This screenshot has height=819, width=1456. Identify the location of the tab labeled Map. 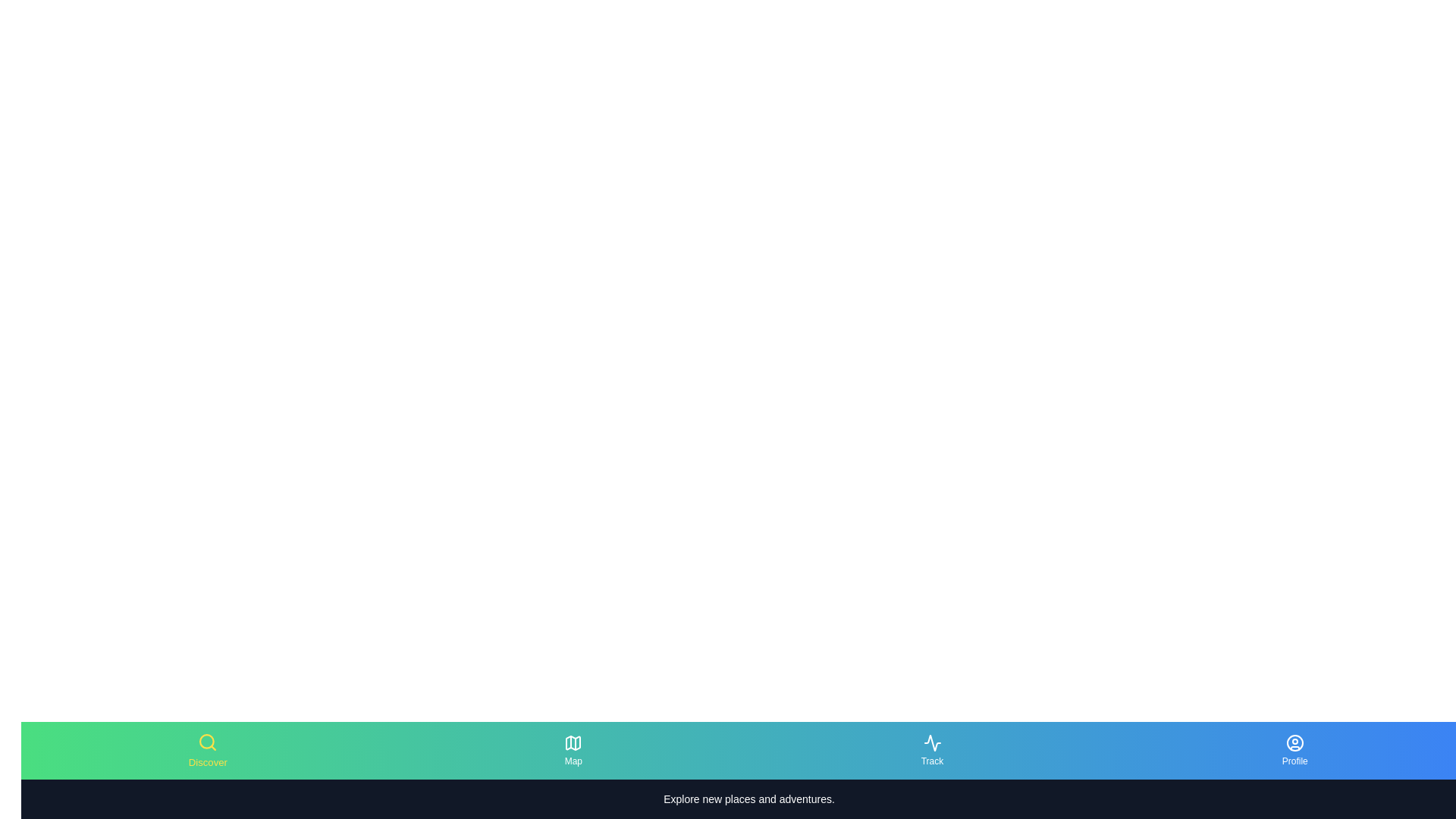
(573, 751).